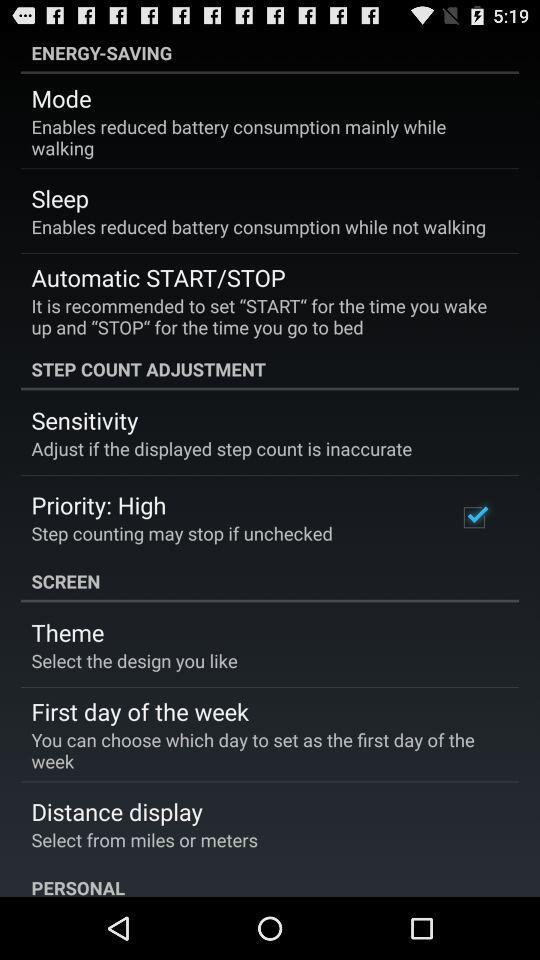 The image size is (540, 960). What do you see at coordinates (182, 532) in the screenshot?
I see `step counting may icon` at bounding box center [182, 532].